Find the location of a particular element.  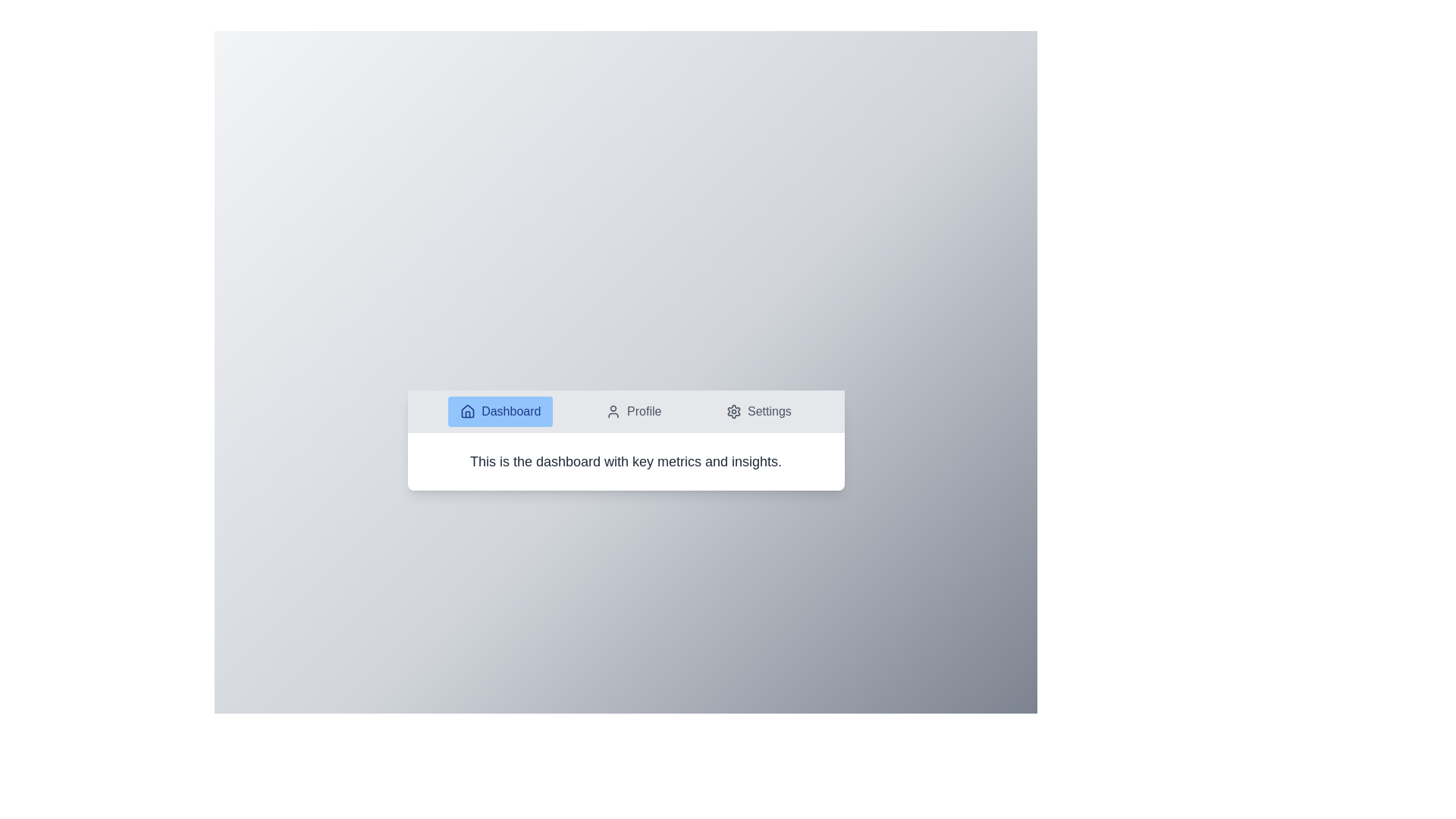

the Profile tab is located at coordinates (633, 412).